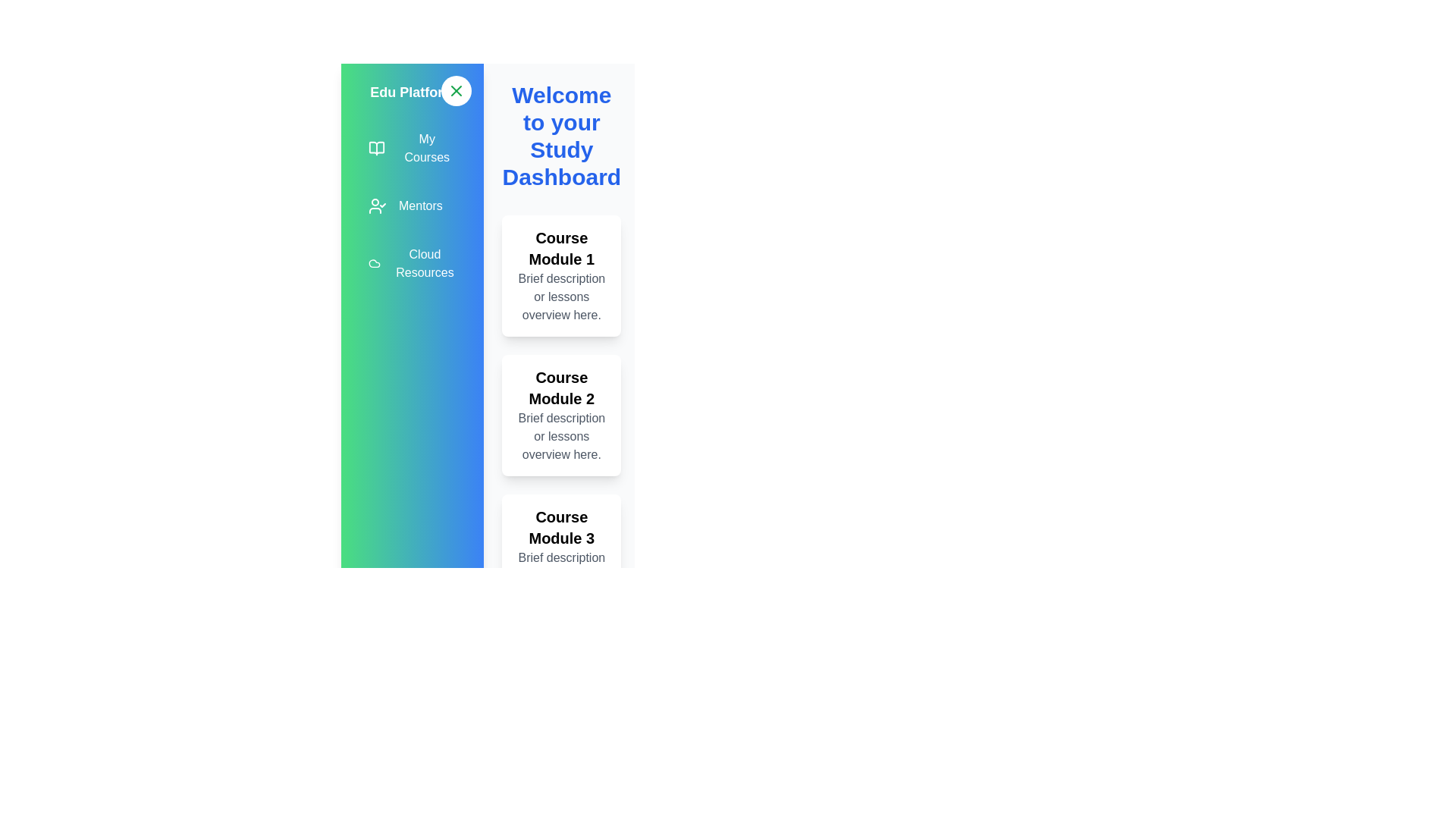  I want to click on the menu item Mentors to observe the hover effect, so click(412, 206).